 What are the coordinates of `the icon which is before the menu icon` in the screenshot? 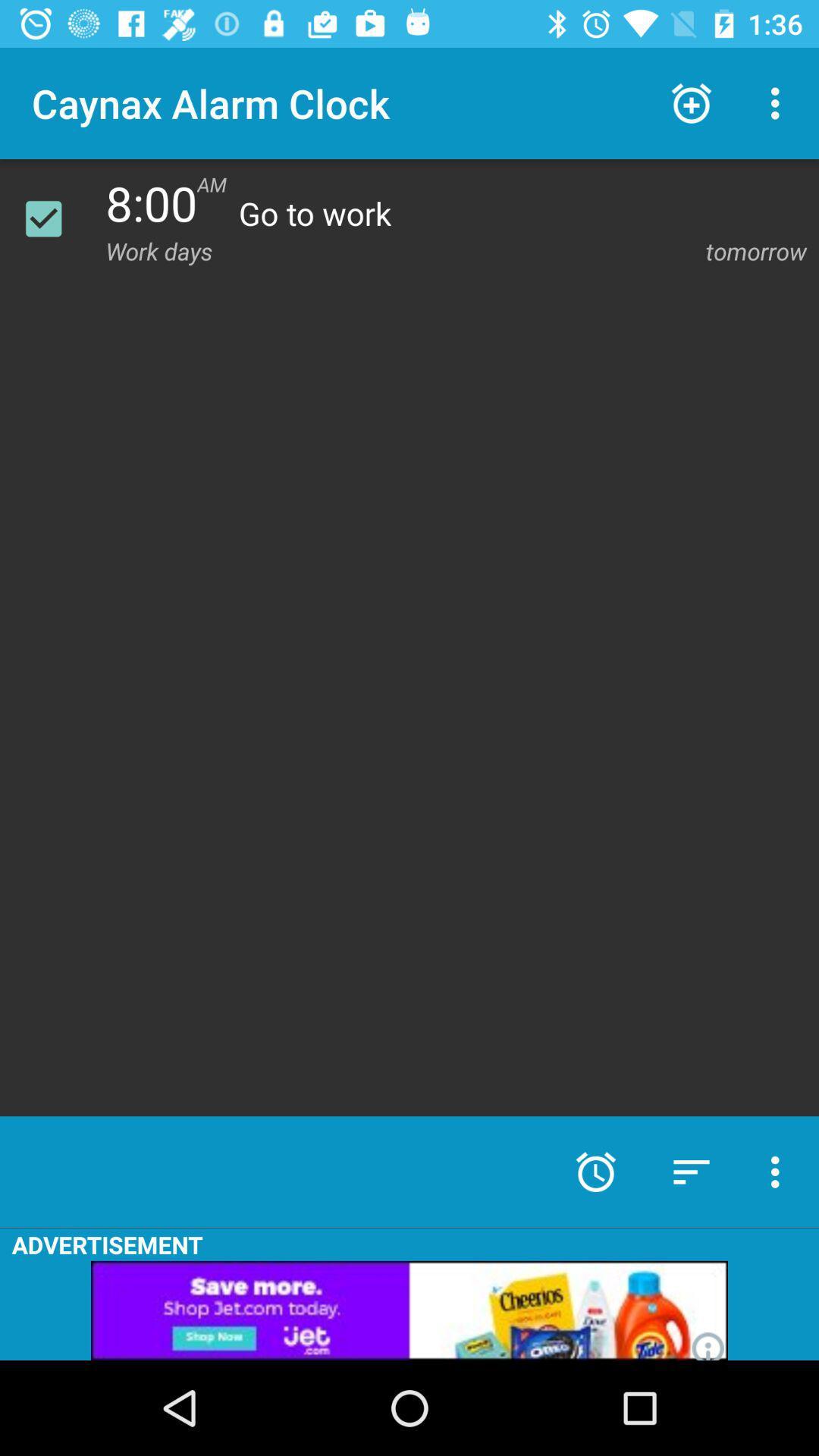 It's located at (691, 103).